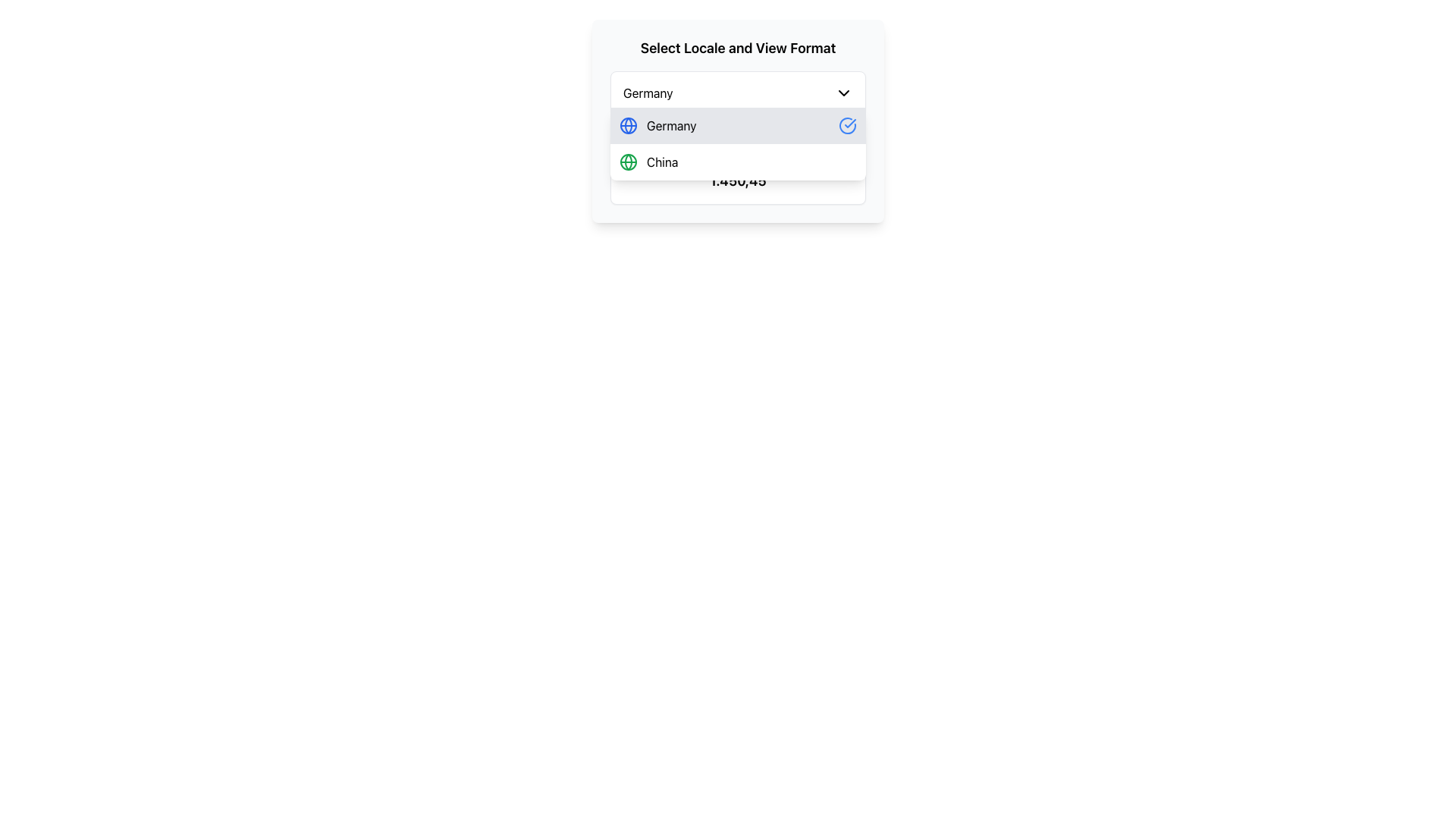 This screenshot has width=1456, height=819. What do you see at coordinates (847, 124) in the screenshot?
I see `the circular blue checkmark icon located at the right end of the 'Germany' row in the dropdown menu` at bounding box center [847, 124].